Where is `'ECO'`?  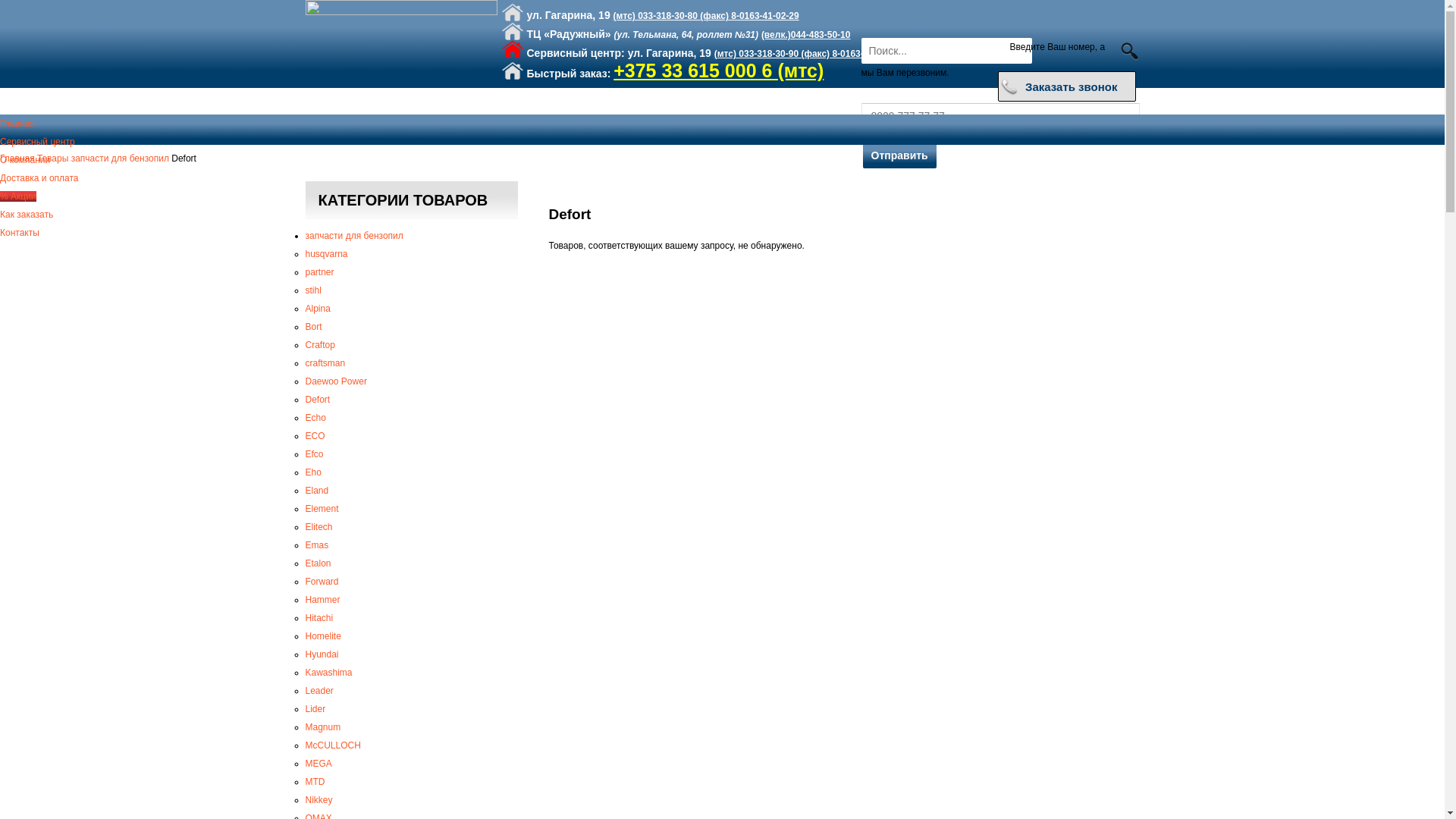
'ECO' is located at coordinates (313, 435).